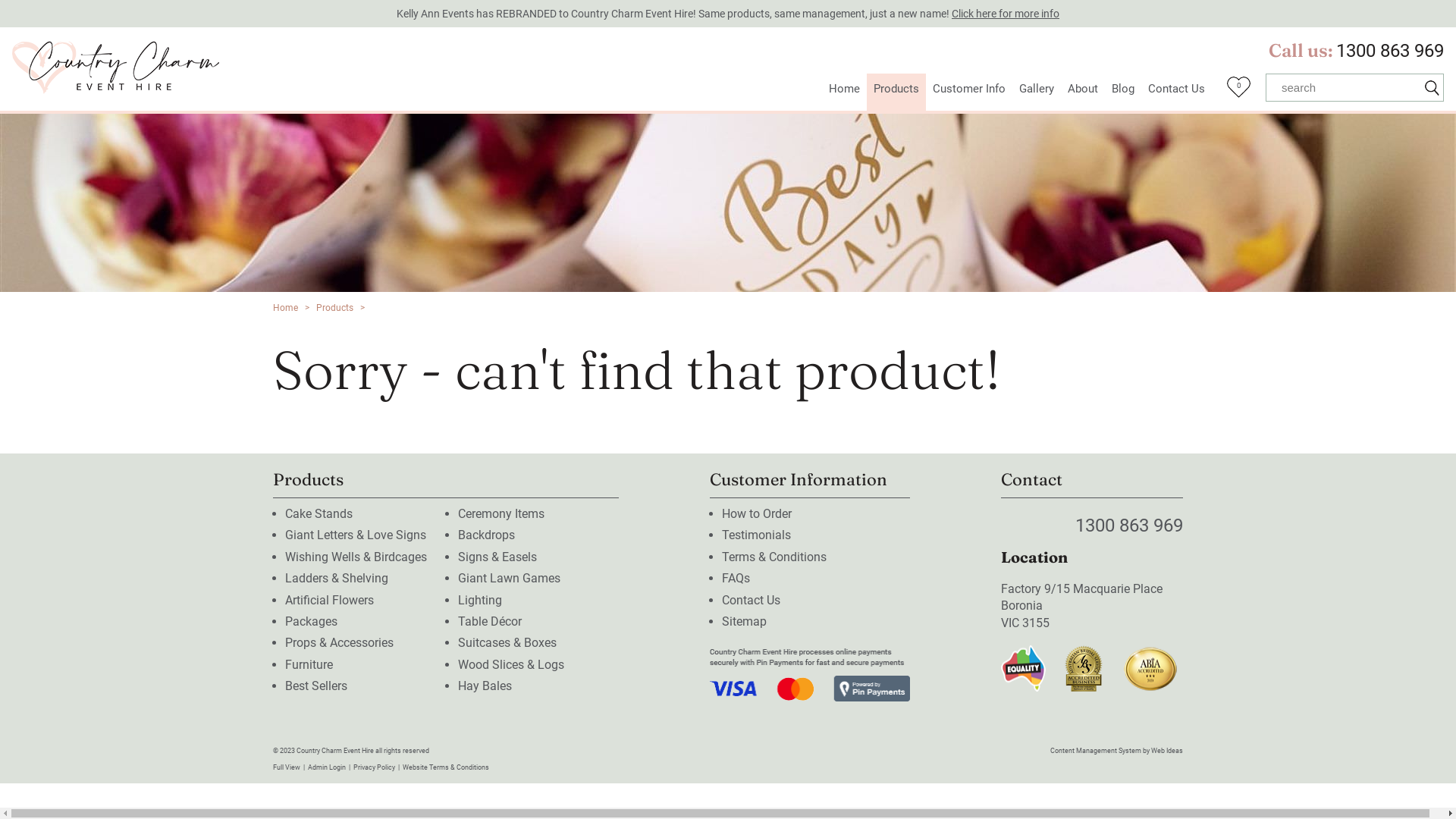  I want to click on 'Hay Bales', so click(457, 686).